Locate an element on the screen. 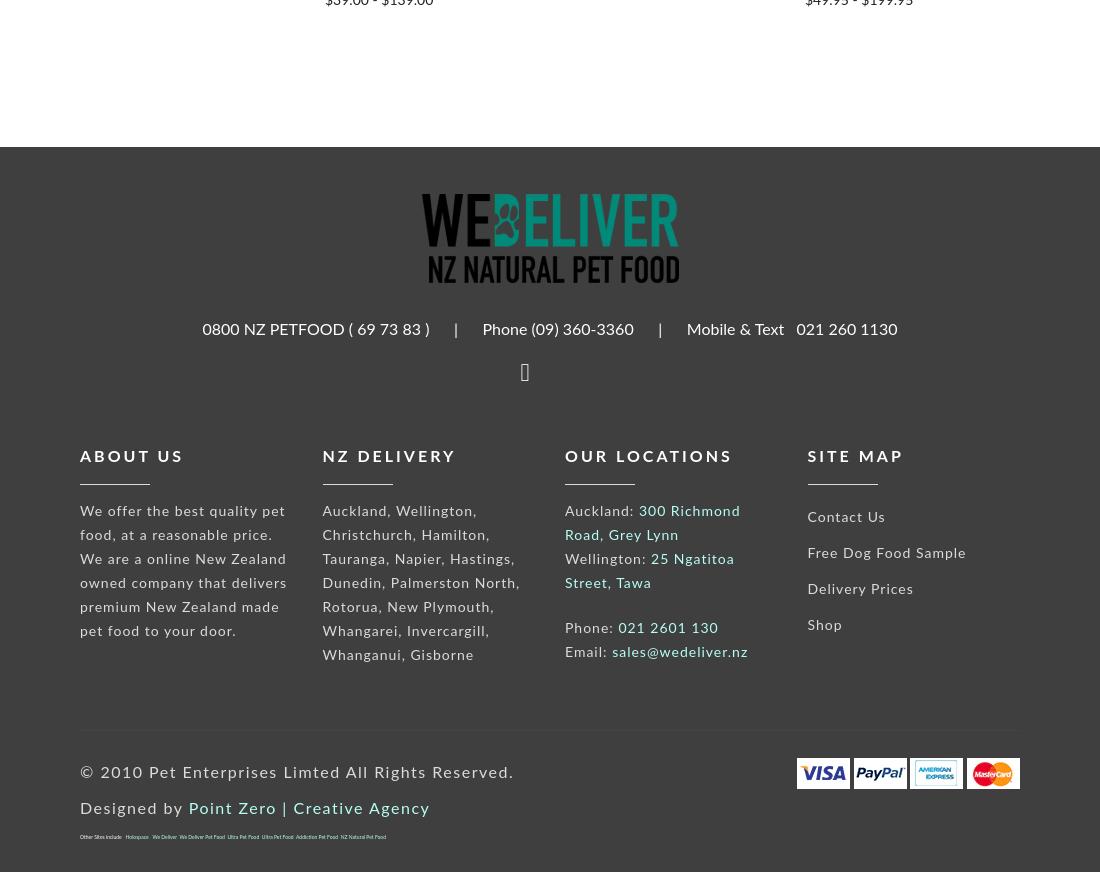 Image resolution: width=1100 pixels, height=872 pixels. 'sales@wedeliver.nz' is located at coordinates (680, 653).